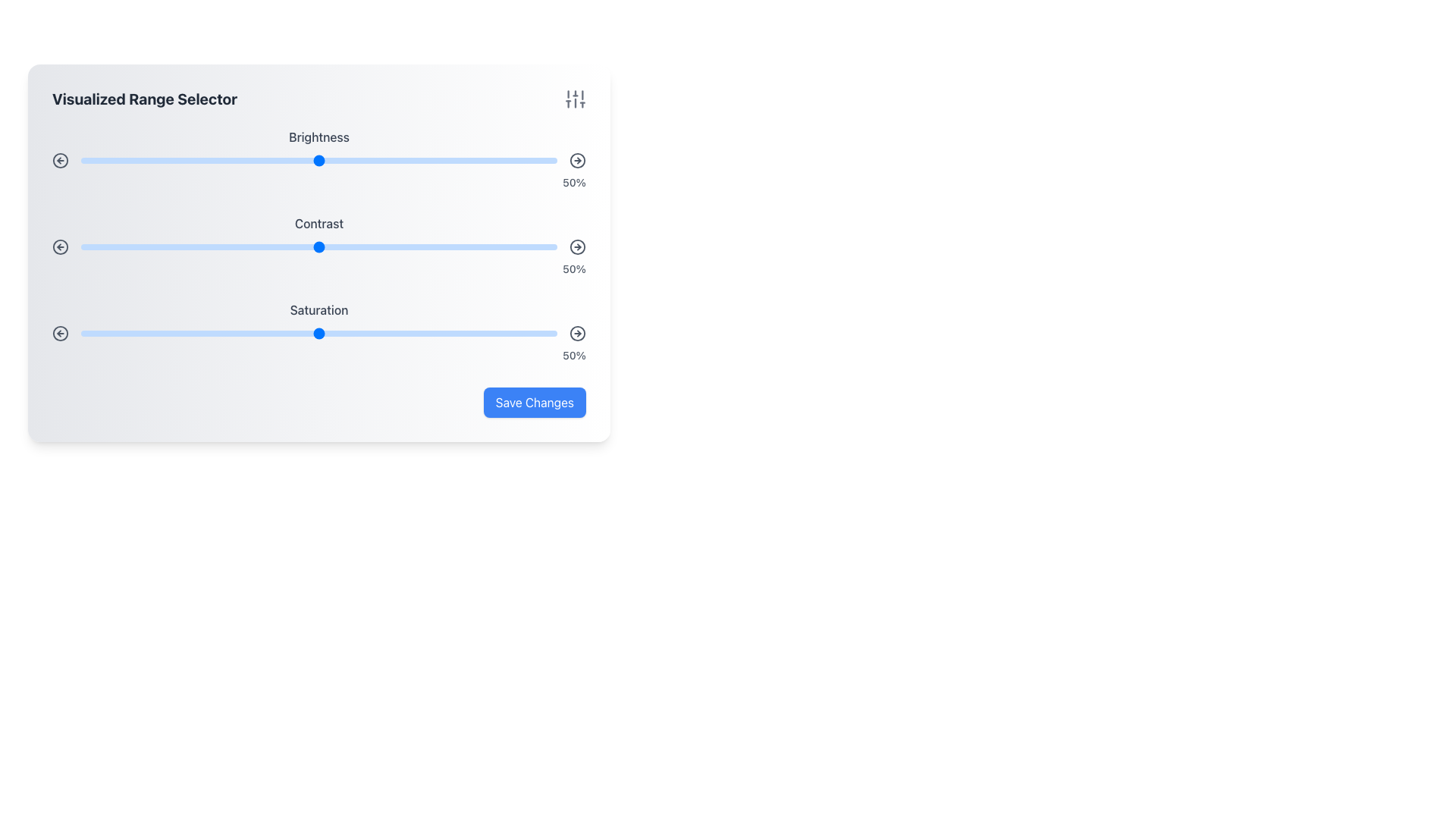  What do you see at coordinates (61, 161) in the screenshot?
I see `the circular icon located in the upper-left corner of the user interface, adjacent` at bounding box center [61, 161].